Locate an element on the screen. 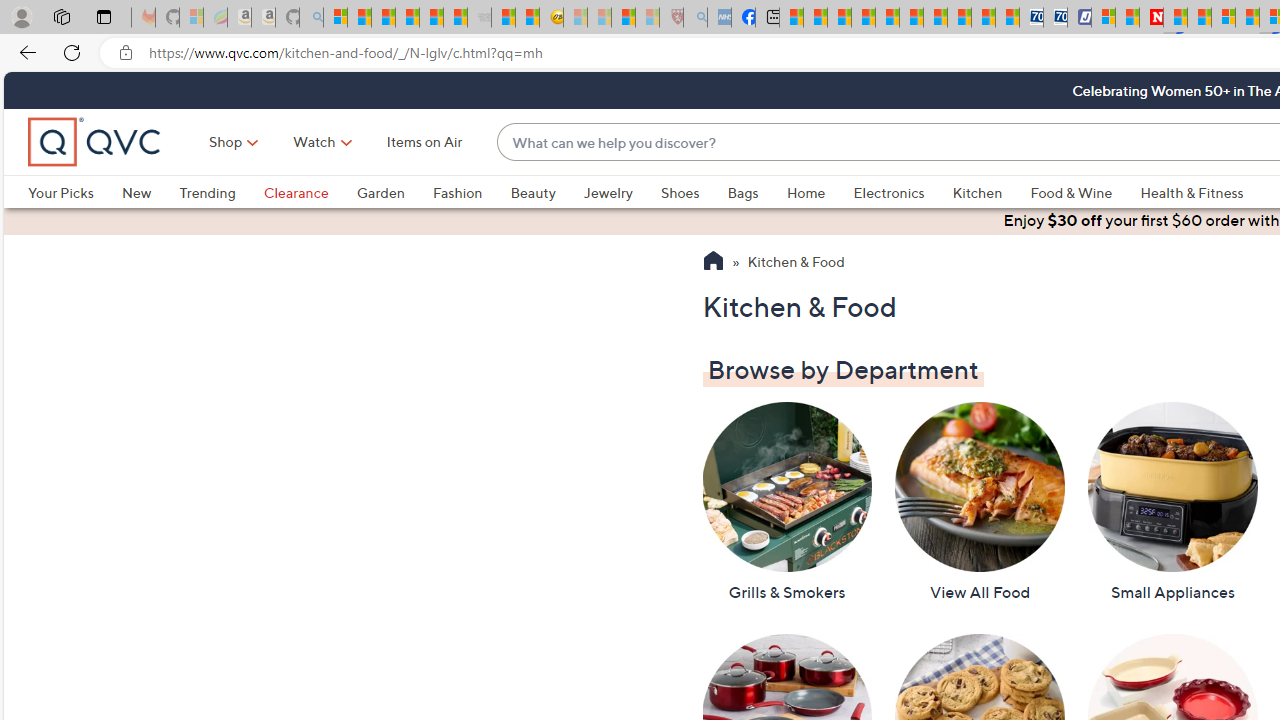 The height and width of the screenshot is (720, 1280). '12 Popular Science Lies that Must be Corrected - Sleeping' is located at coordinates (647, 17).